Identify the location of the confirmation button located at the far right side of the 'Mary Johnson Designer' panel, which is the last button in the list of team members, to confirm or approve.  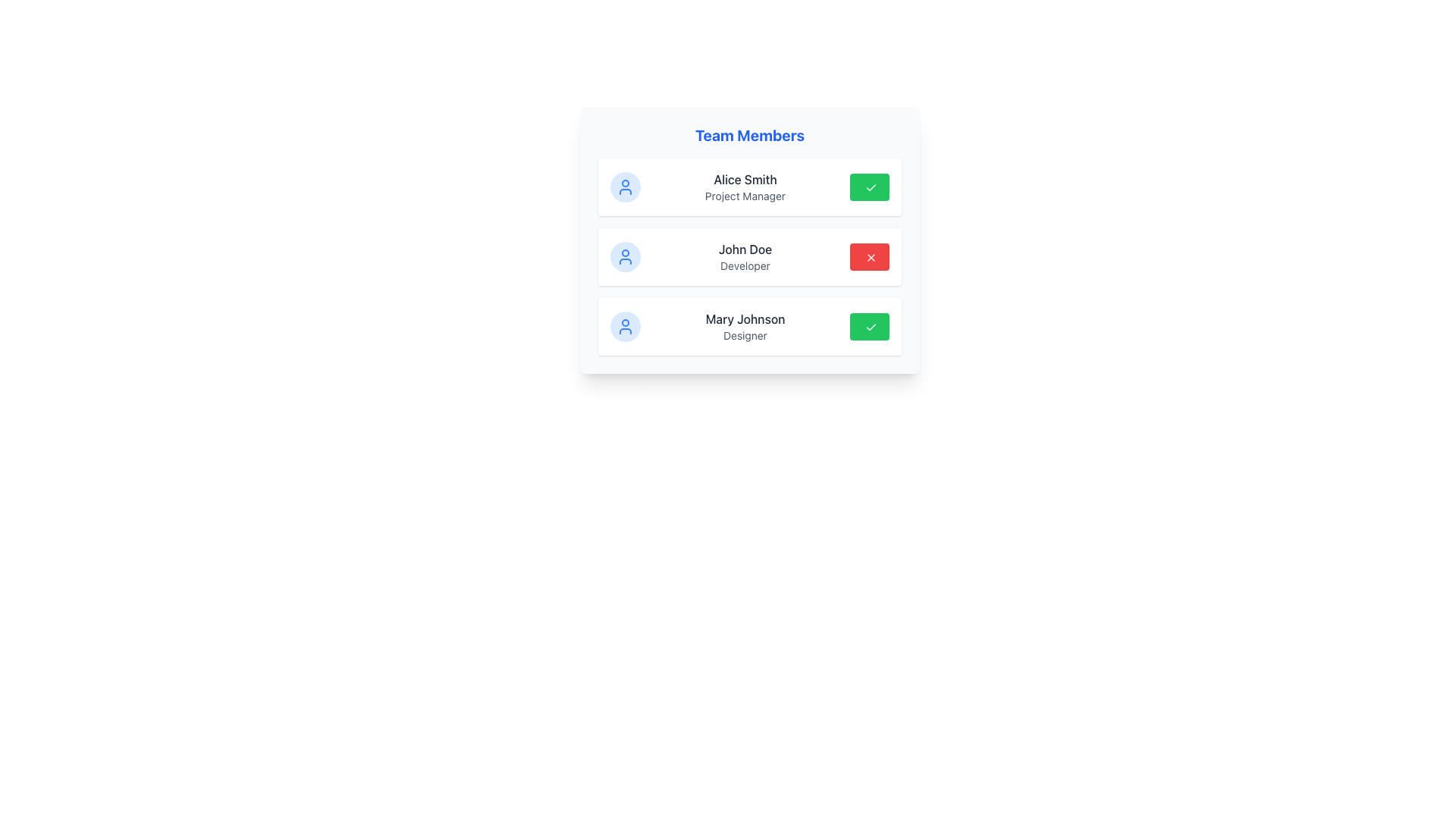
(870, 326).